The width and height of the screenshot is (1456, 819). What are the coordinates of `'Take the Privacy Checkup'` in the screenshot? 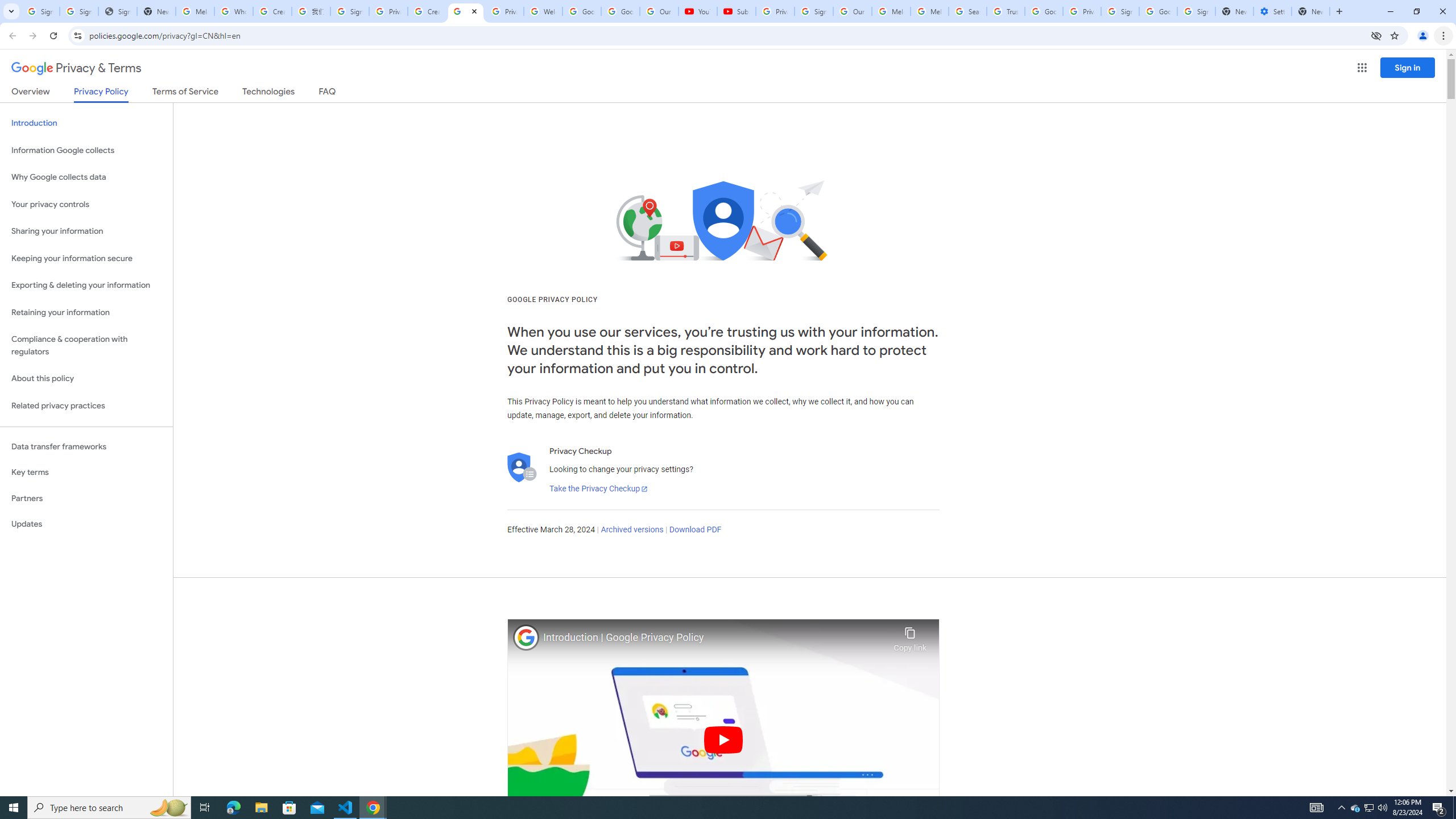 It's located at (598, 488).